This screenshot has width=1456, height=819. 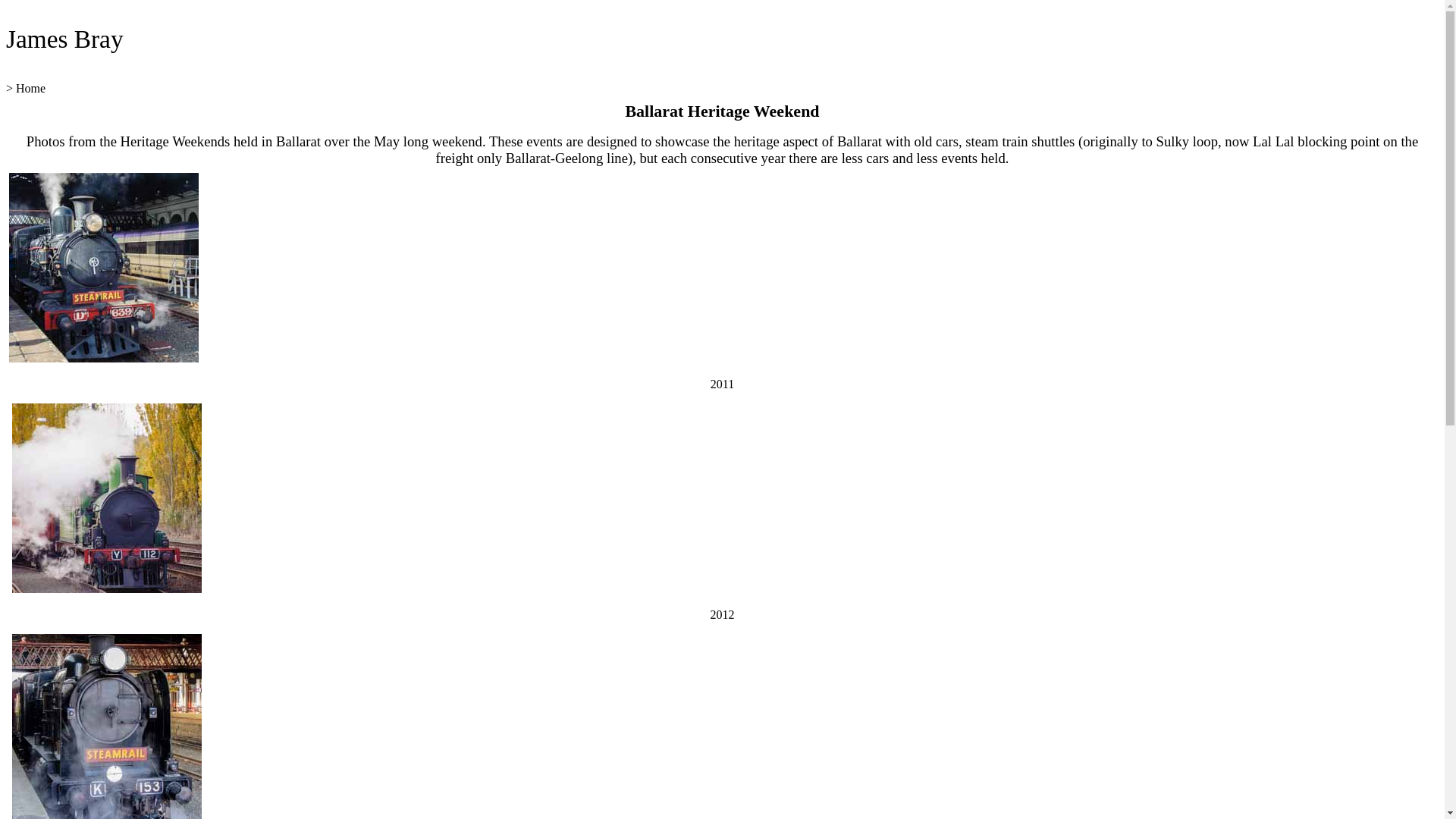 I want to click on 'James Bray', so click(x=6, y=38).